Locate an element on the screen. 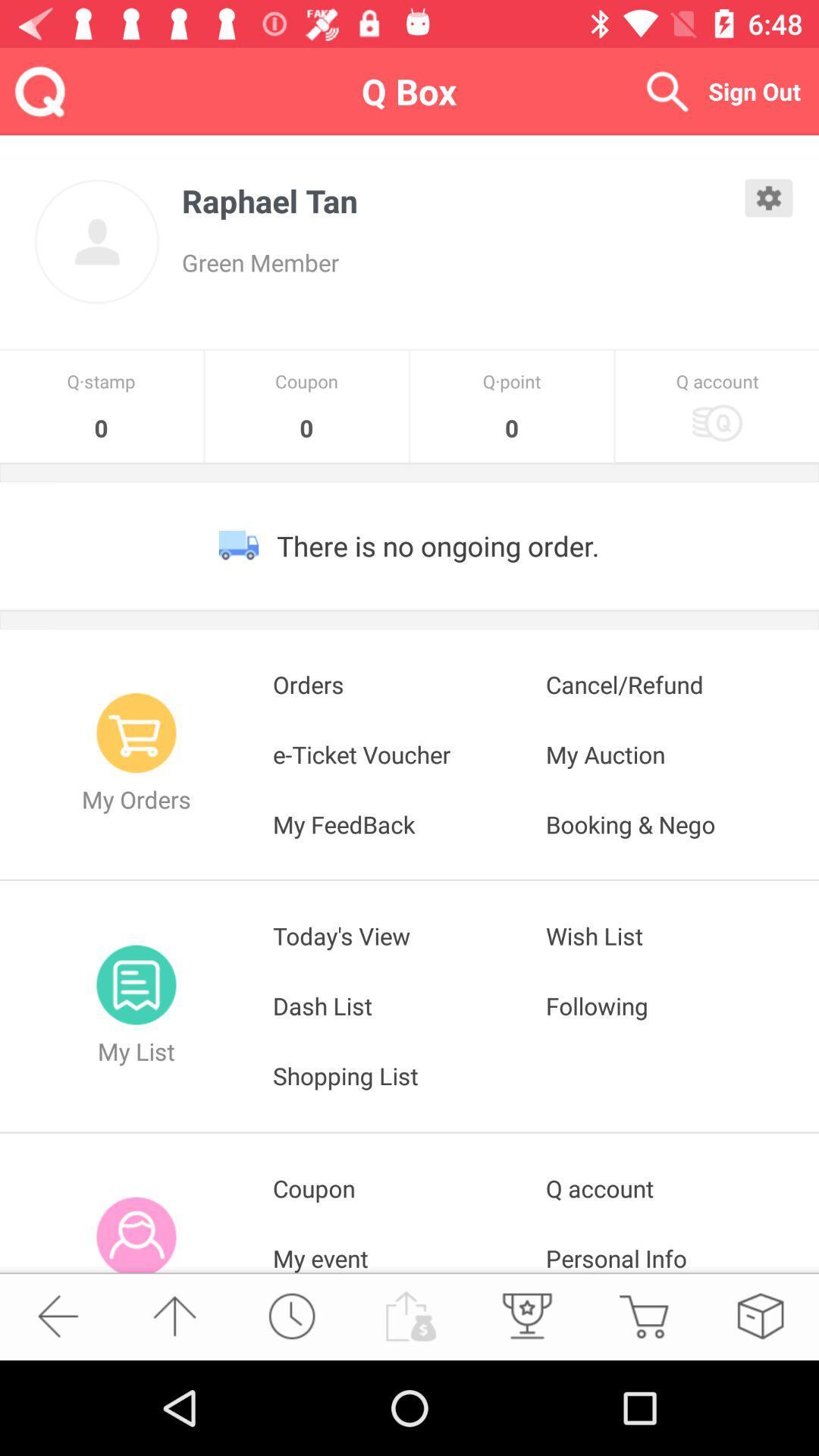 The height and width of the screenshot is (1456, 819). the cart icon is located at coordinates (643, 1315).